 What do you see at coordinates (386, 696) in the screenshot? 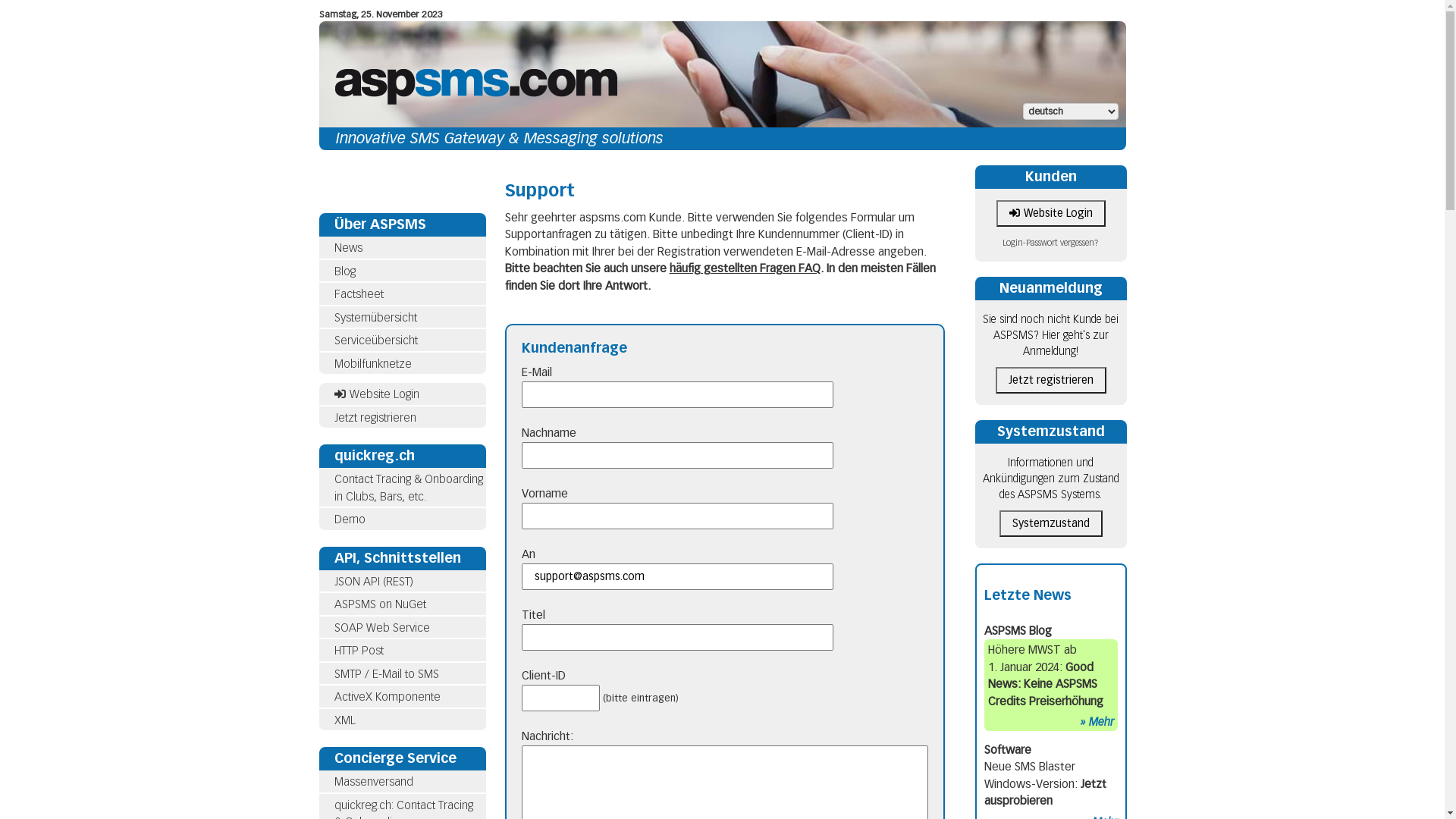
I see `'ActiveX Komponente'` at bounding box center [386, 696].